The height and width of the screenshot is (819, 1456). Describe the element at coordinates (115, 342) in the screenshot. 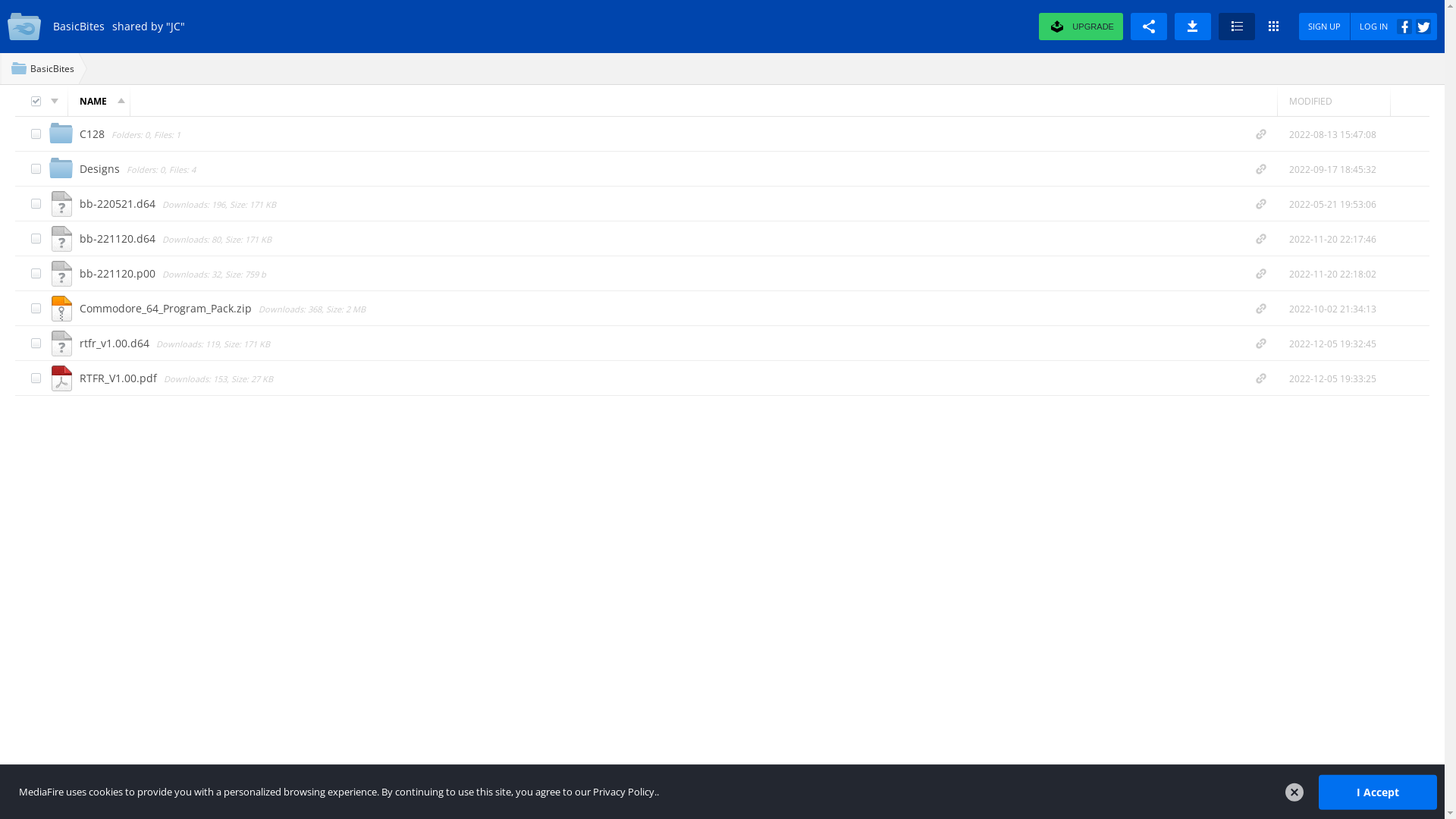

I see `'rtfr_v1.00.d64'` at that location.